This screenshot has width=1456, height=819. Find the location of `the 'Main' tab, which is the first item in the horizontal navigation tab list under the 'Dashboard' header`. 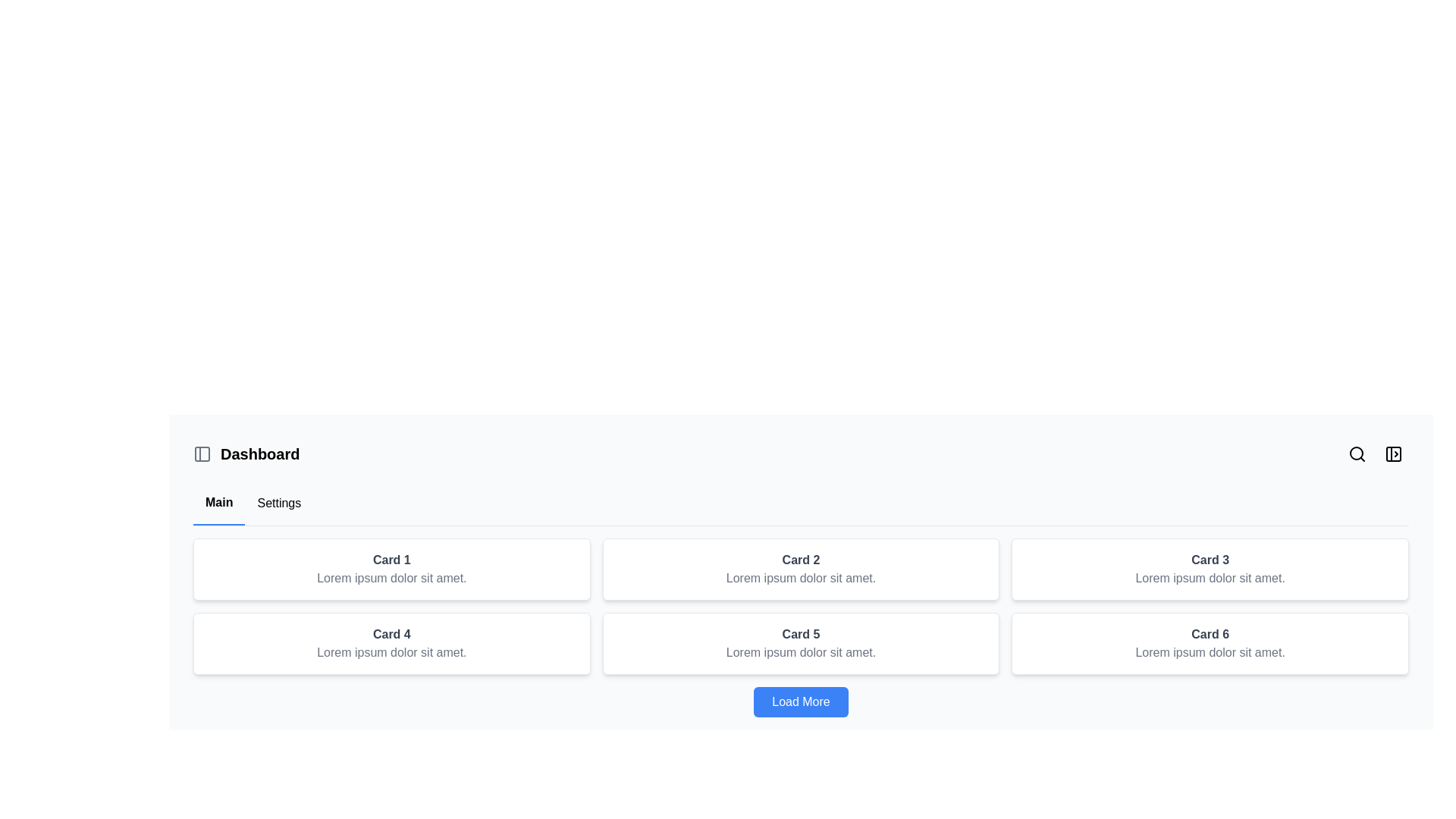

the 'Main' tab, which is the first item in the horizontal navigation tab list under the 'Dashboard' header is located at coordinates (218, 503).